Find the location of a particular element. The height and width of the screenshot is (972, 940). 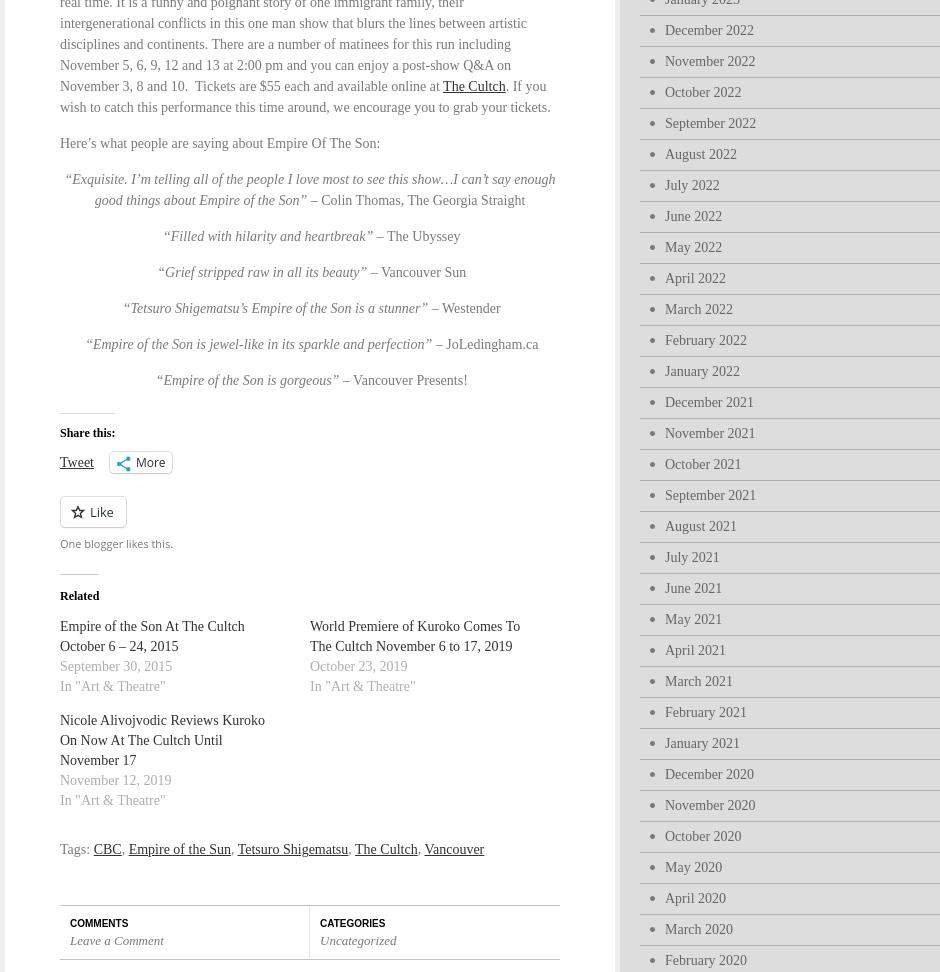

'Vancouver' is located at coordinates (453, 848).